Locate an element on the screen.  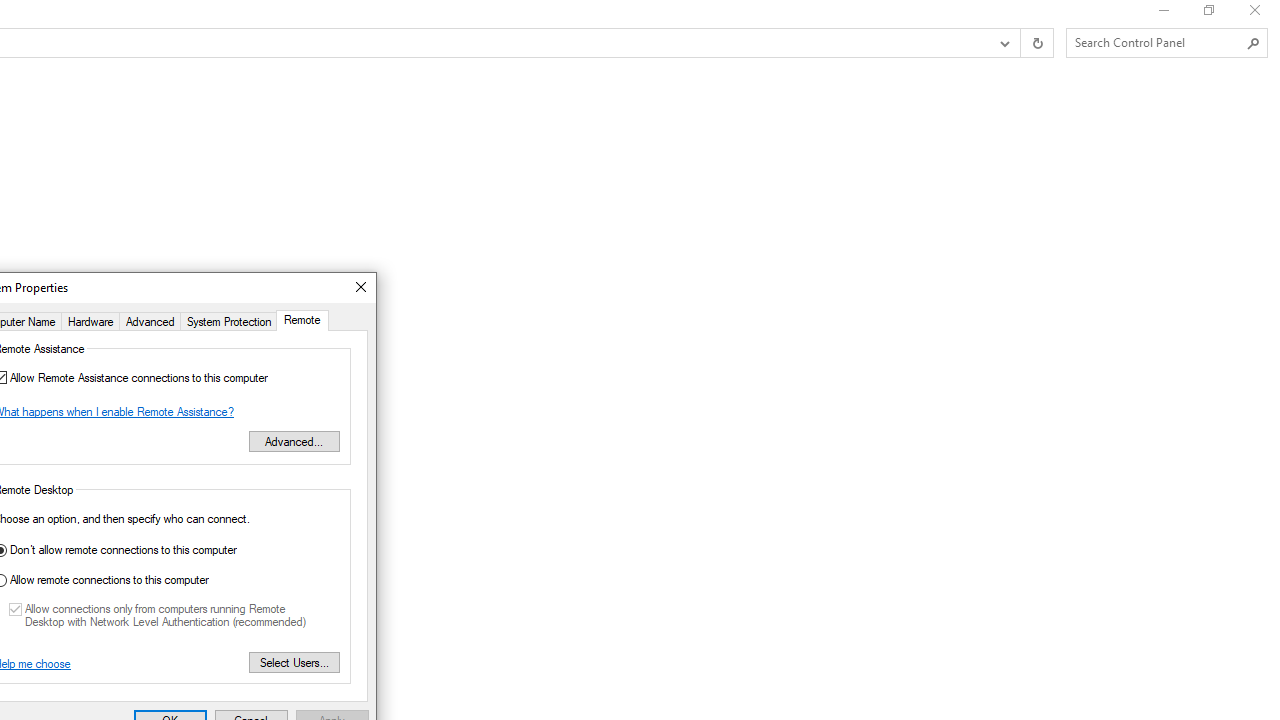
'Close' is located at coordinates (360, 288).